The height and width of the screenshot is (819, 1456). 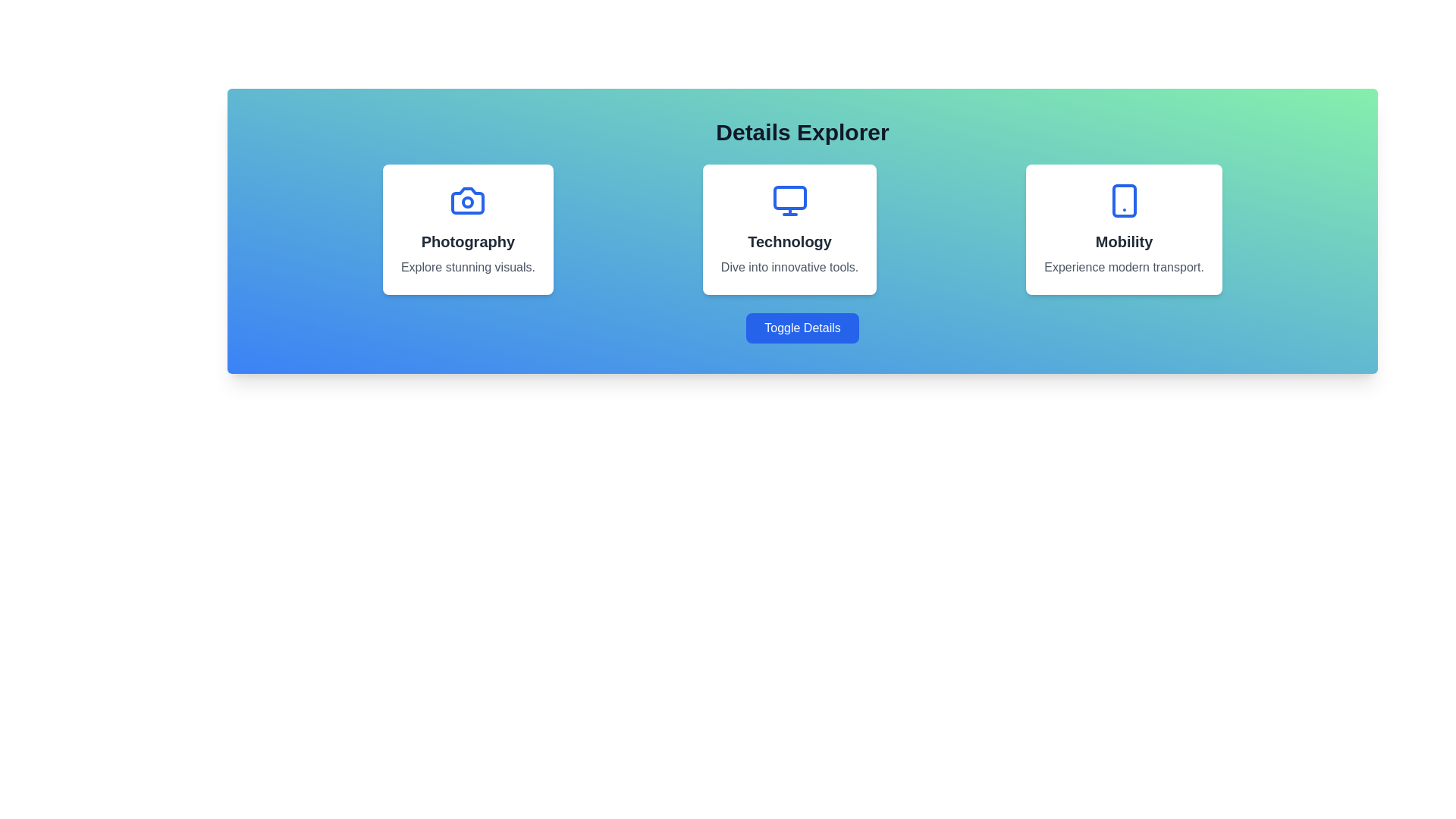 I want to click on the content of the text label that provides supplementary description for the 'Technology' card, located directly below the heading 'Technology' in the center card of a three-card arrangement, so click(x=789, y=267).